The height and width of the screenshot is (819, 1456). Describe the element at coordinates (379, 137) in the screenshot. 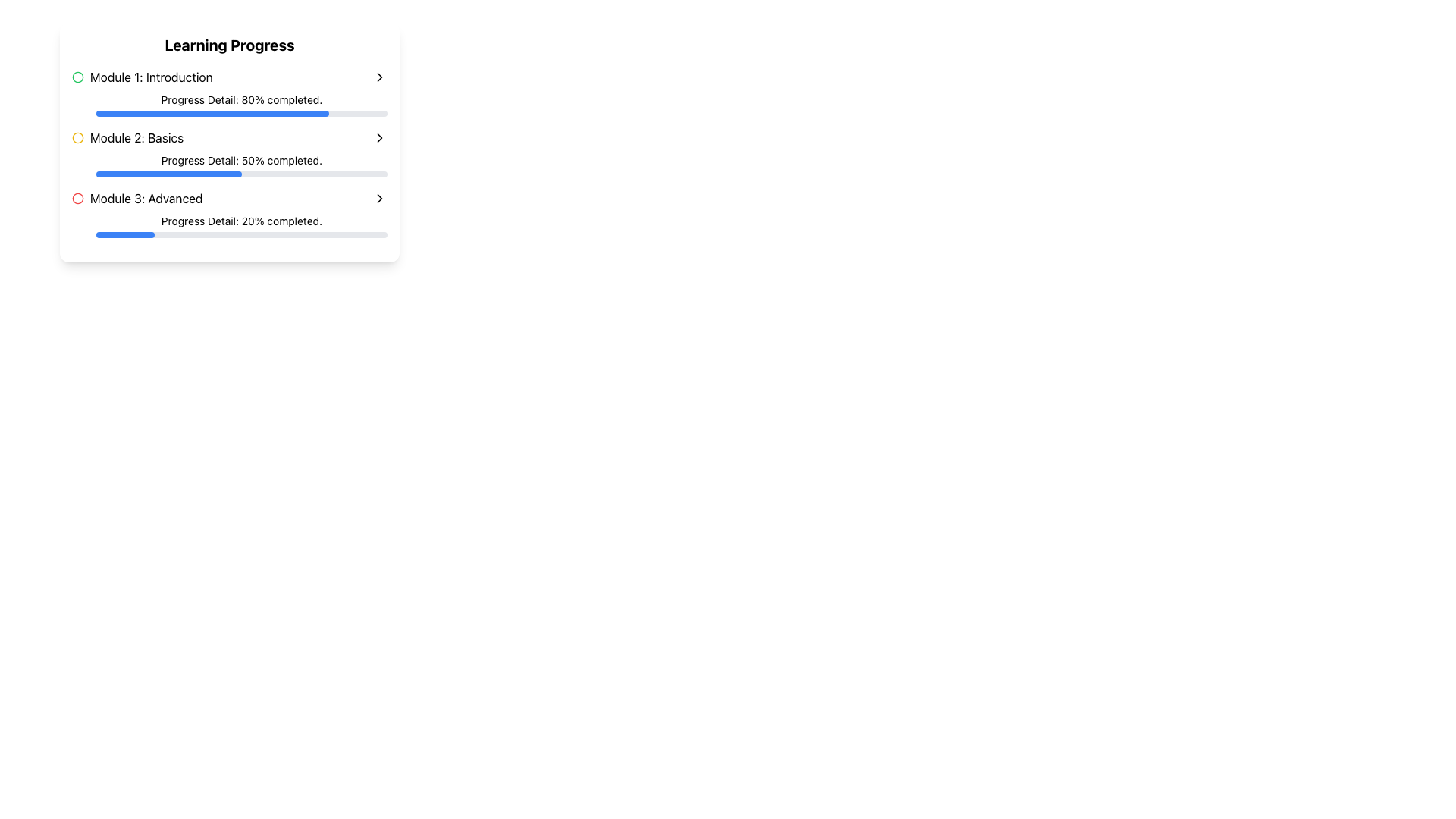

I see `the rightward arrow icon styled with thin black lines, located at the far right of the row labeled 'Module 2: Basics'` at that location.